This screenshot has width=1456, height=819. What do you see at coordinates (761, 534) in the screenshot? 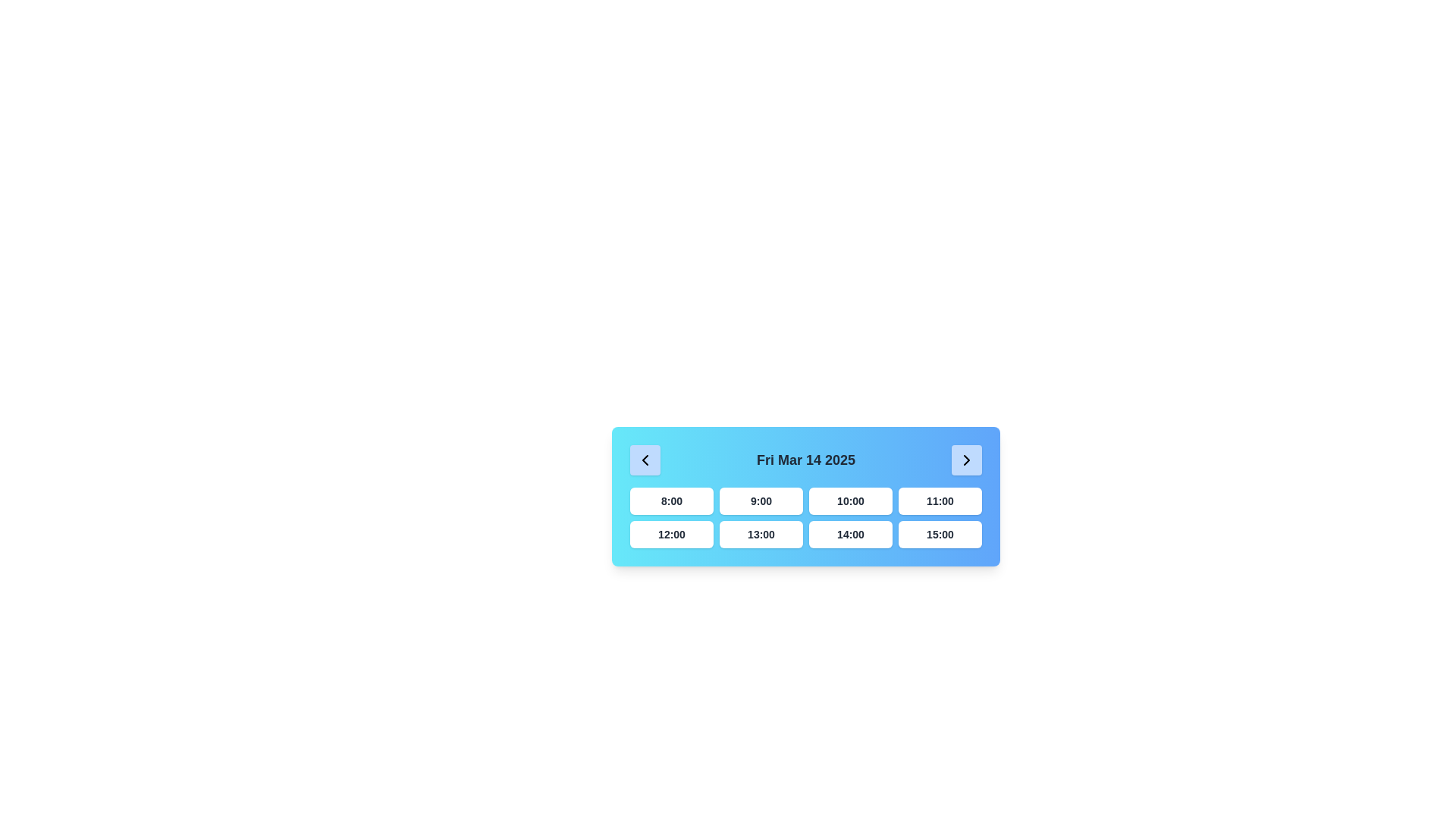
I see `the rectangular button with the text '13:00' in bold dark-gray font for visual highlight` at bounding box center [761, 534].